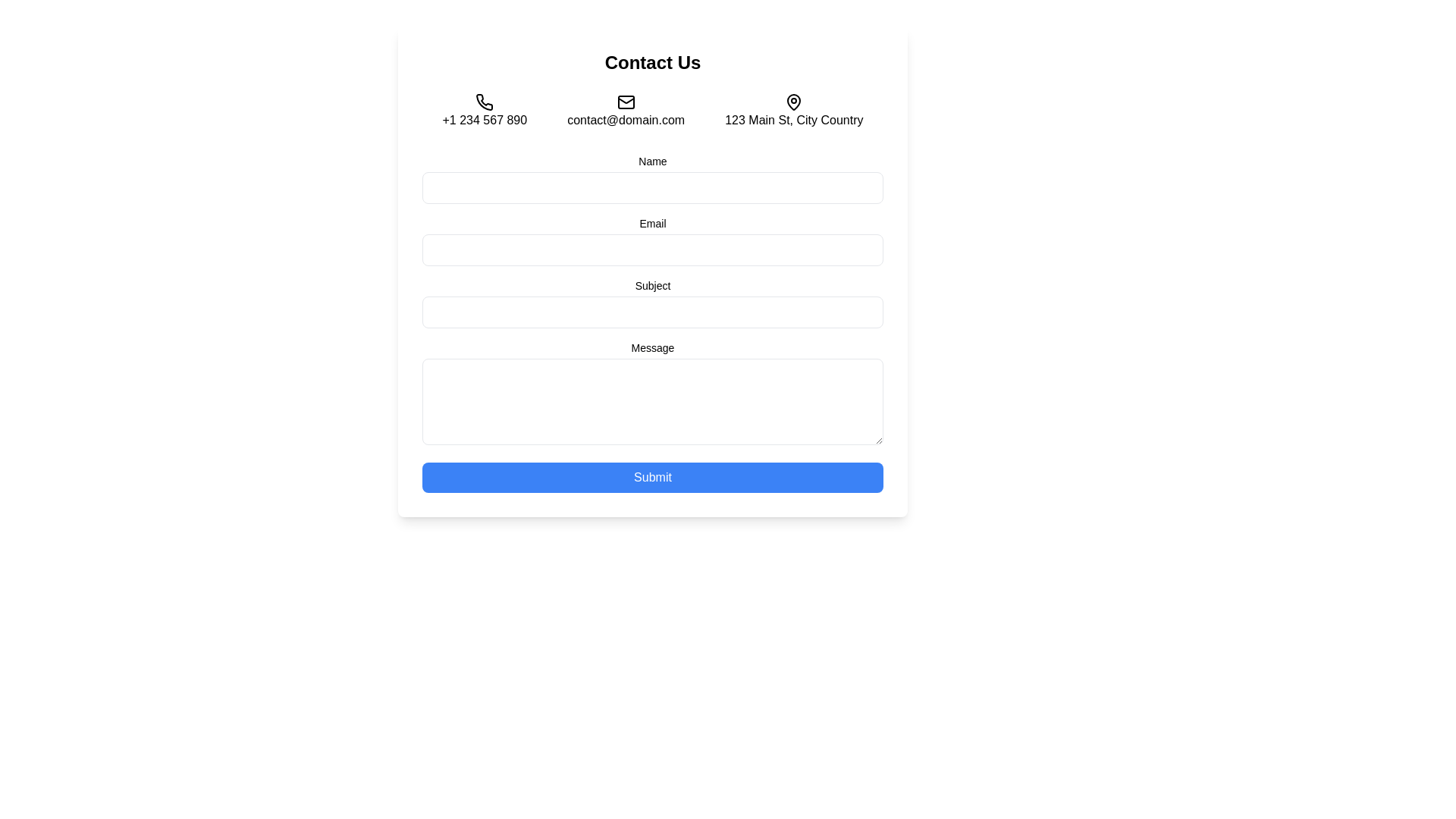 The height and width of the screenshot is (819, 1456). Describe the element at coordinates (484, 102) in the screenshot. I see `the contact icon located centrally at the top of the page, which represents the phone contact information for '+1 234 567 890'` at that location.